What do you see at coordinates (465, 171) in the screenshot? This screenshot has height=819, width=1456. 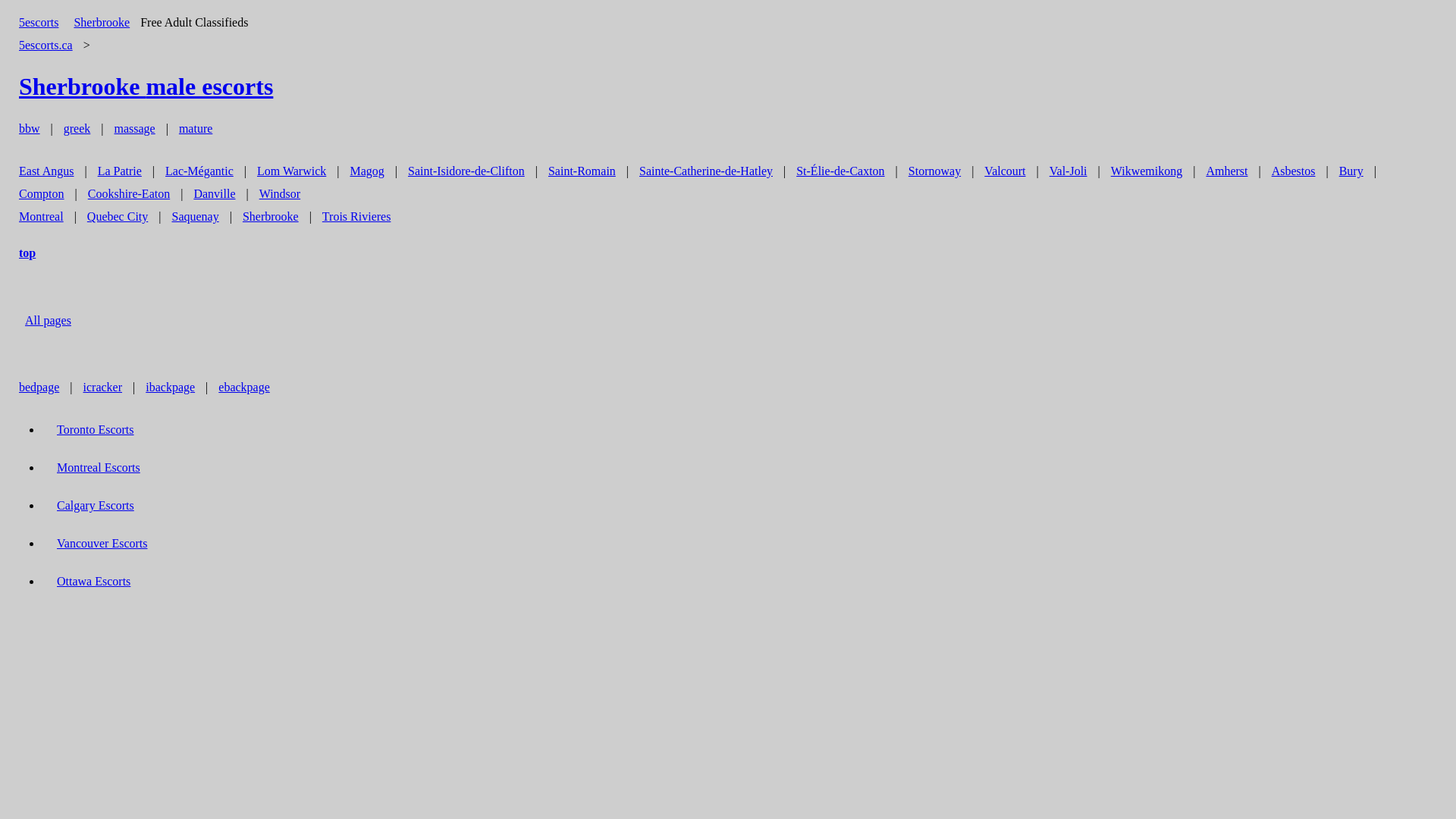 I see `'Saint-Isidore-de-Clifton'` at bounding box center [465, 171].